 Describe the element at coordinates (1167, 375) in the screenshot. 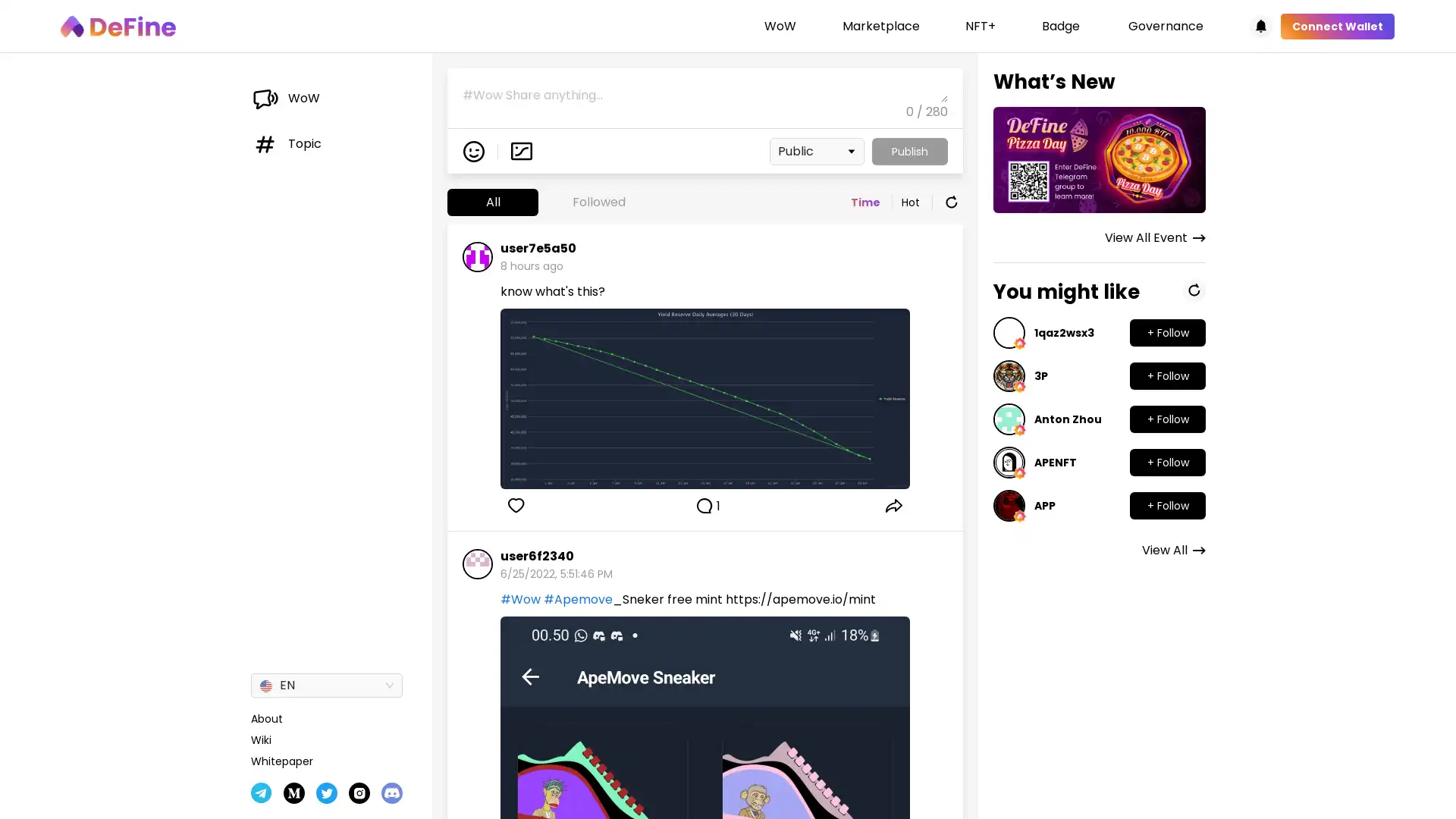

I see `+ Follow` at that location.